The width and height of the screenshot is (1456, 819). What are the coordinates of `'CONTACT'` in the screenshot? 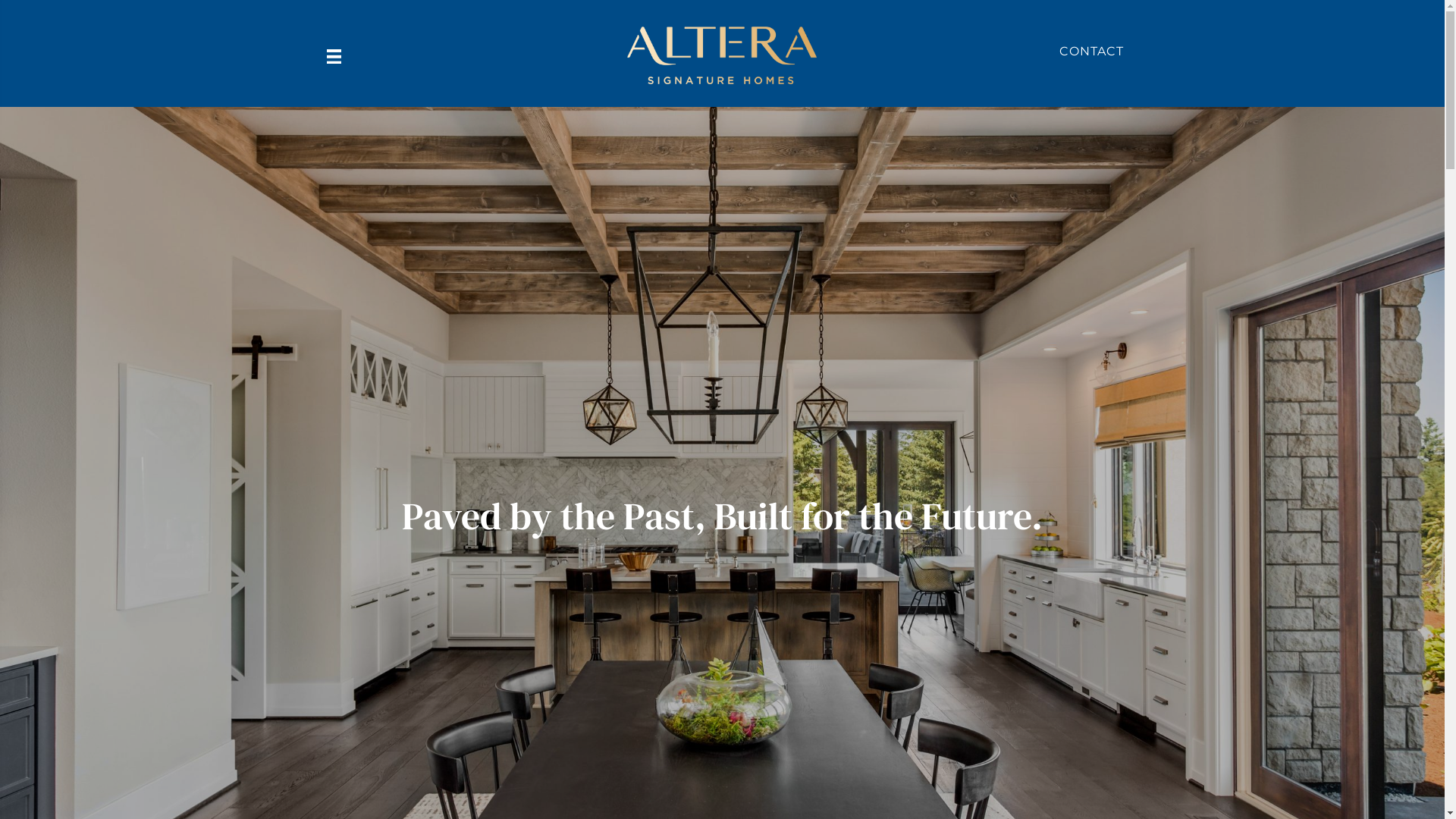 It's located at (1058, 50).